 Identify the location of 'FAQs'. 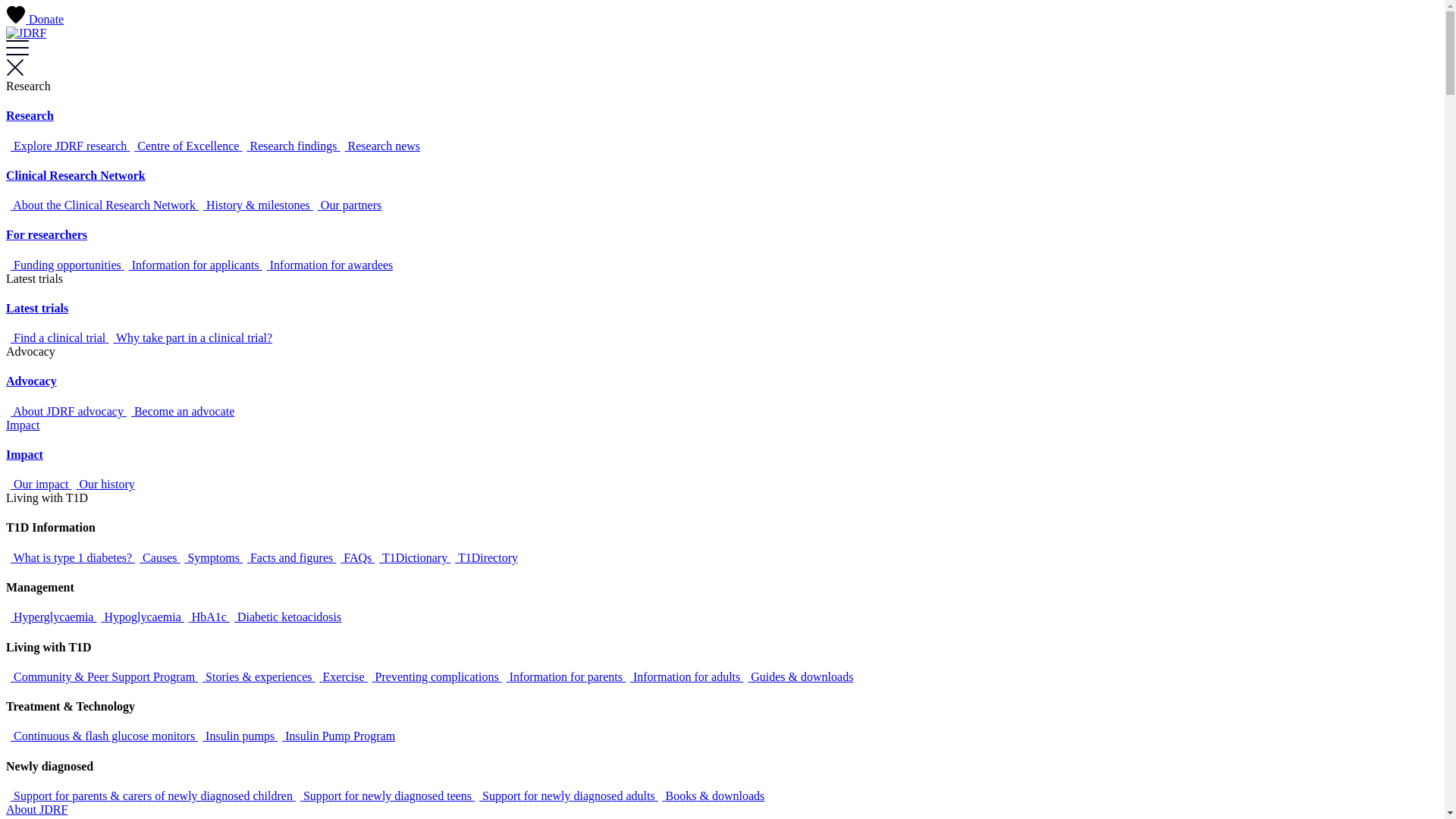
(334, 557).